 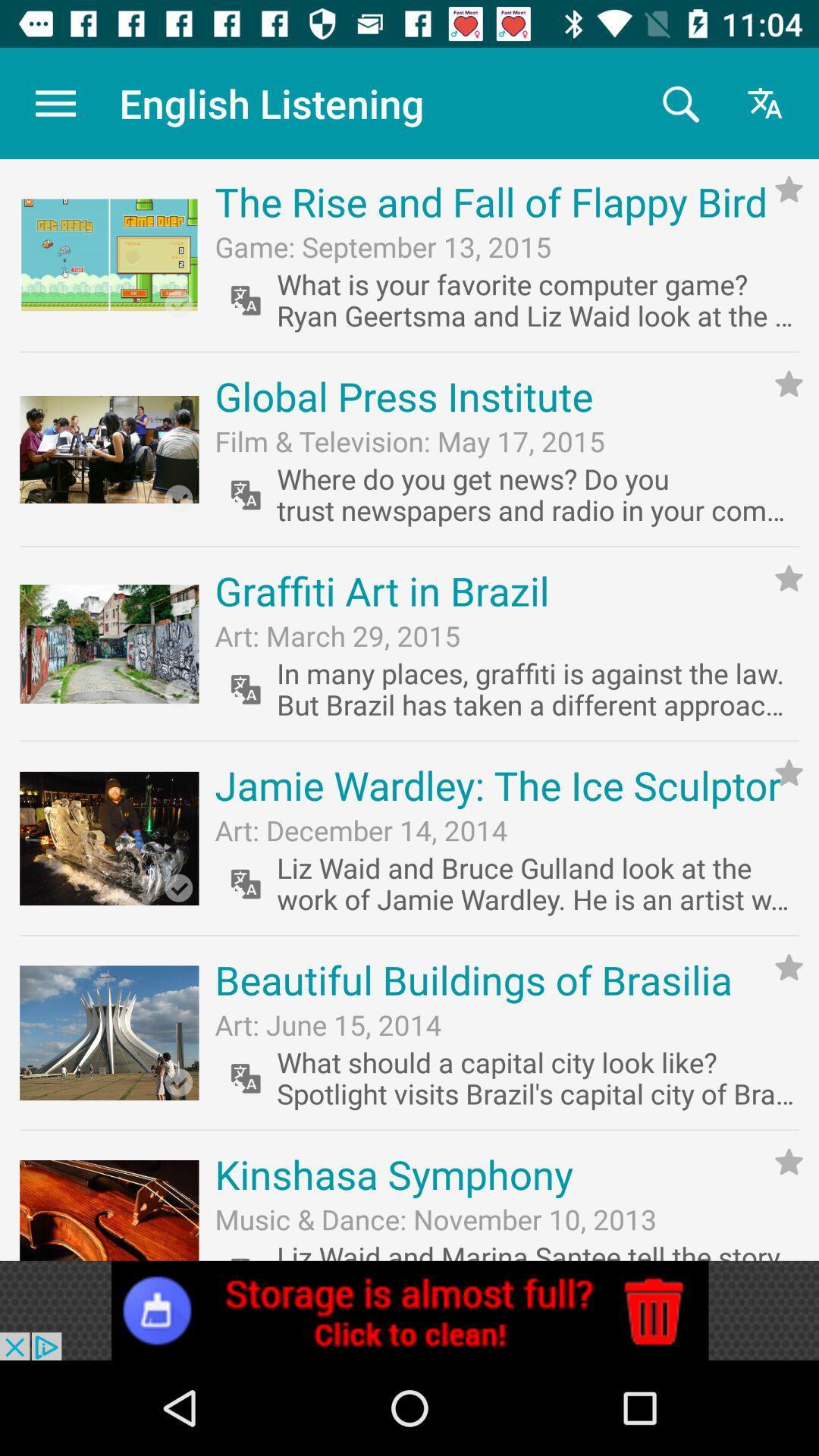 What do you see at coordinates (409, 1310) in the screenshot?
I see `advertisement` at bounding box center [409, 1310].